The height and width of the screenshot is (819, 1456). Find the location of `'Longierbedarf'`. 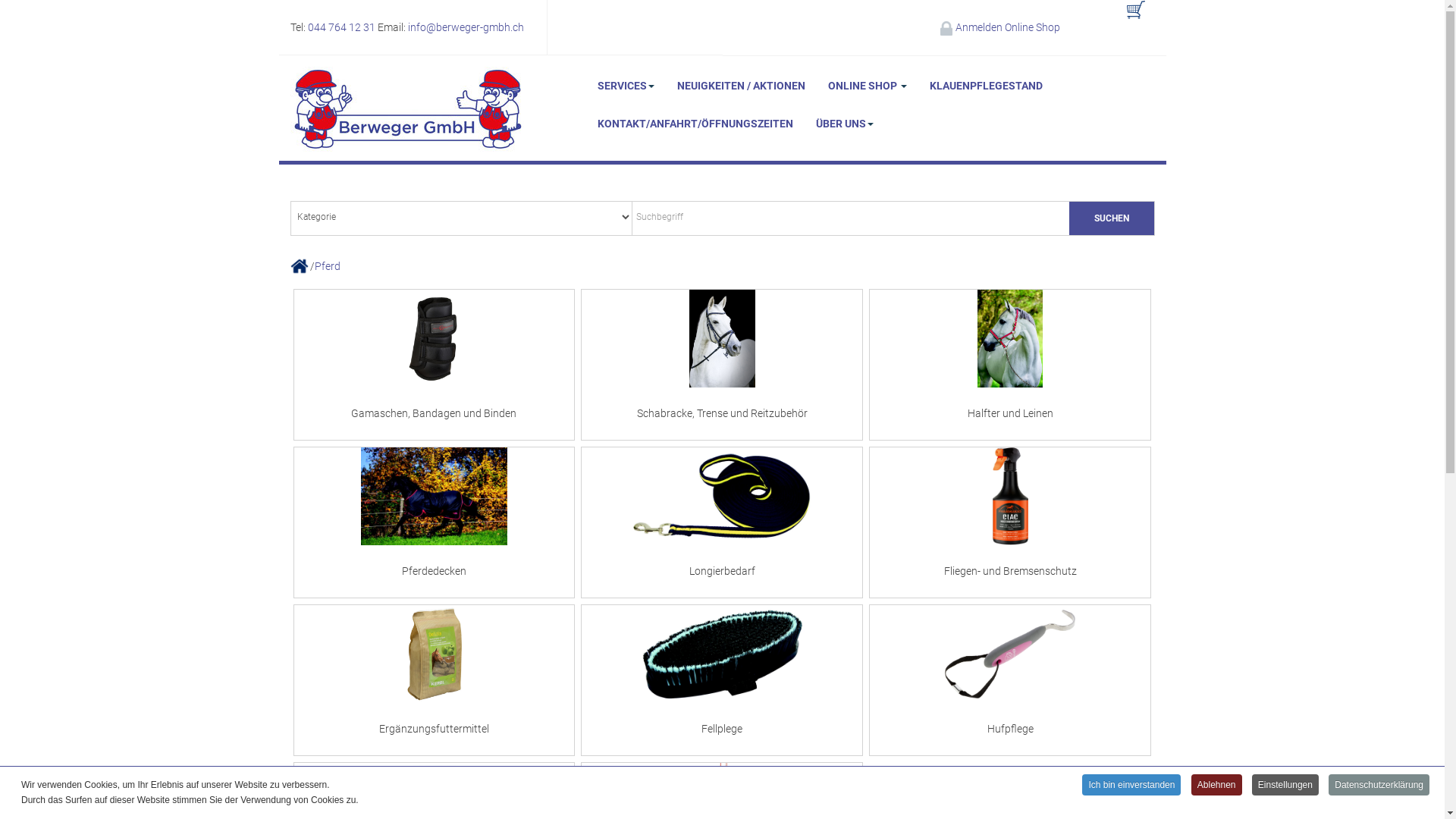

'Longierbedarf' is located at coordinates (720, 522).